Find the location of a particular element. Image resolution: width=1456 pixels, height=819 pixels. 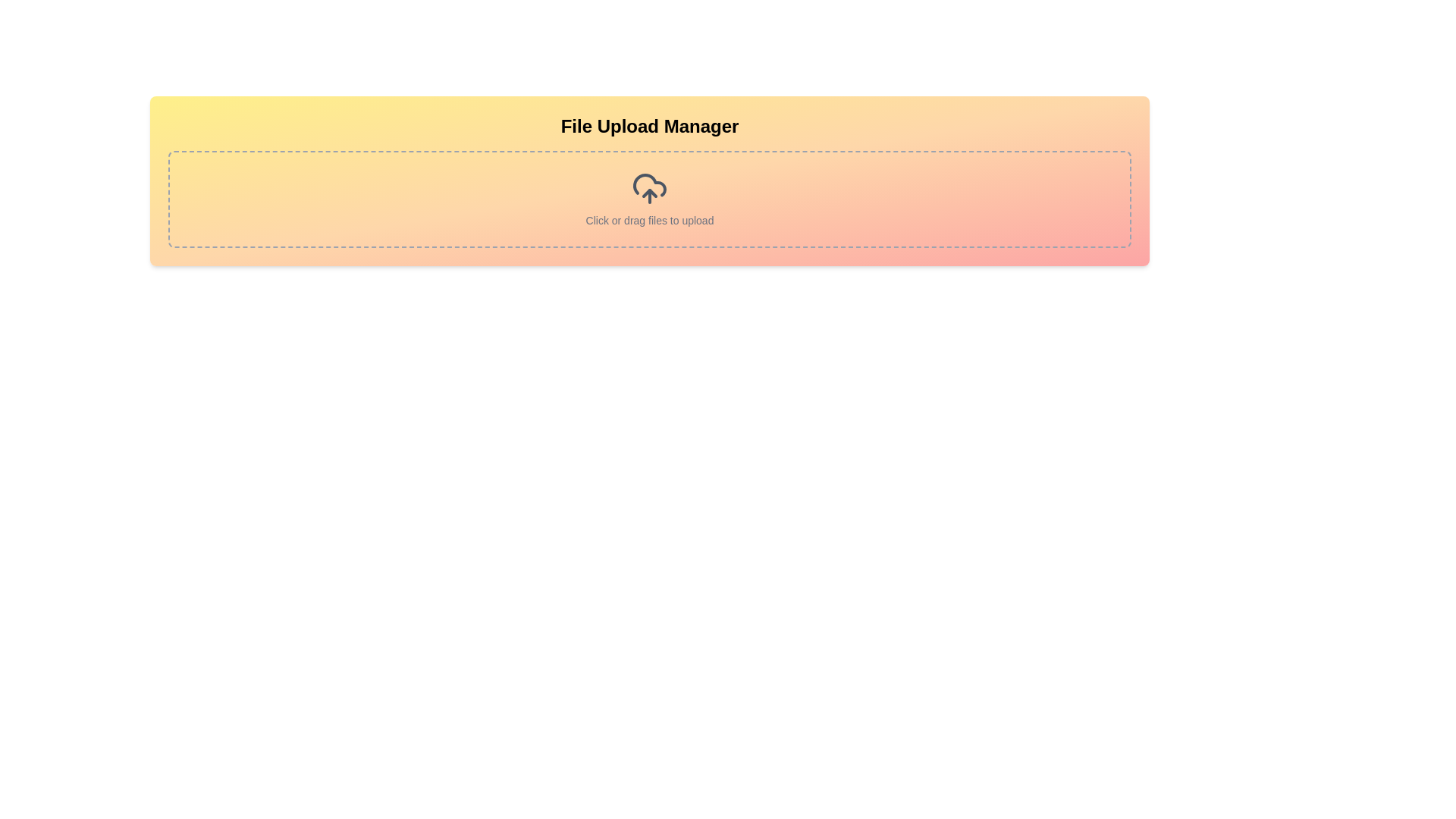

text label that informs users about the functionality of the surrounding interactive area for file uploads, located centrally within the dashed-bordered rectangular area below the upload icon is located at coordinates (650, 220).